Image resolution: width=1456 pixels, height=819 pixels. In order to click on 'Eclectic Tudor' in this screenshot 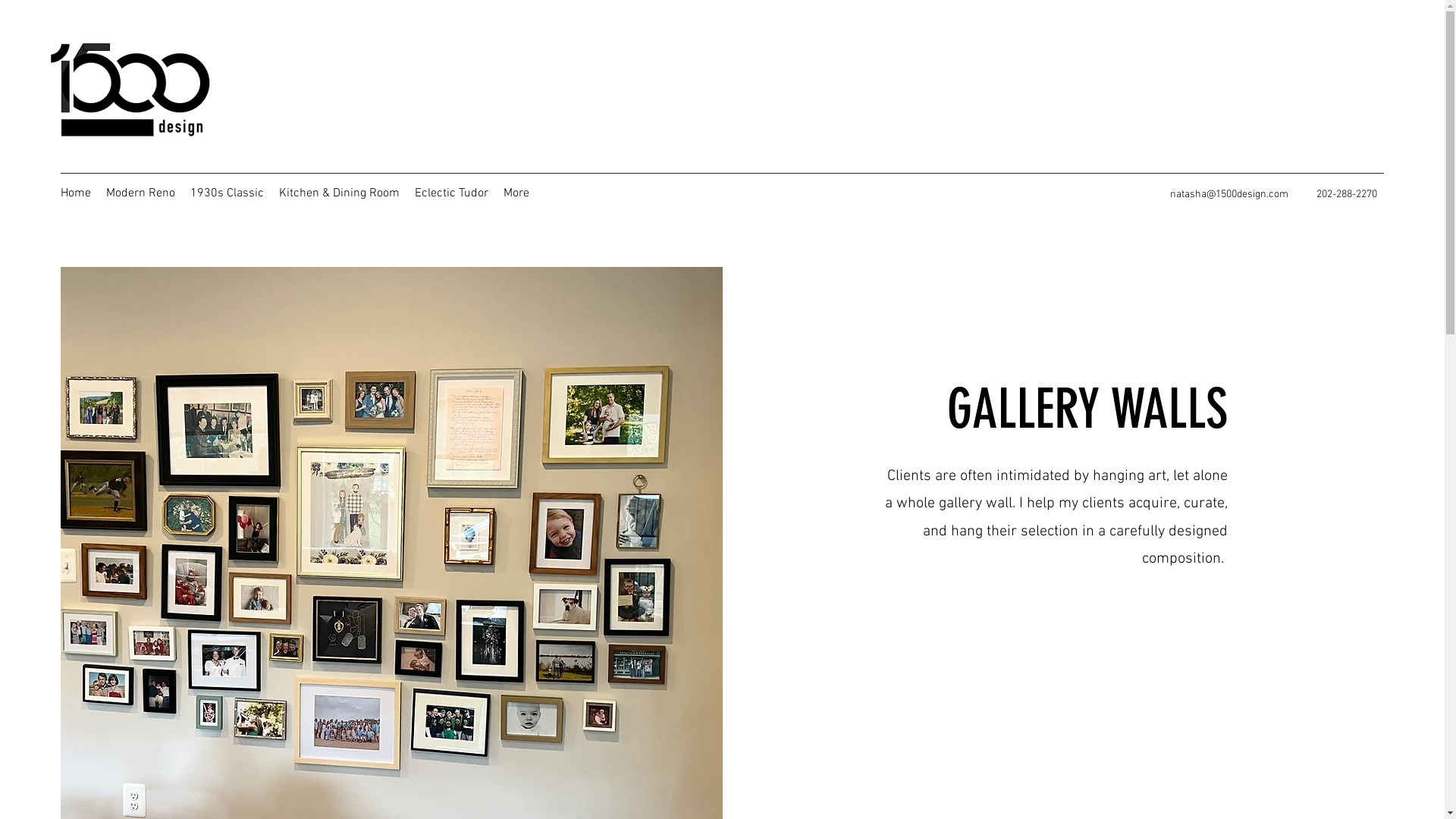, I will do `click(407, 192)`.